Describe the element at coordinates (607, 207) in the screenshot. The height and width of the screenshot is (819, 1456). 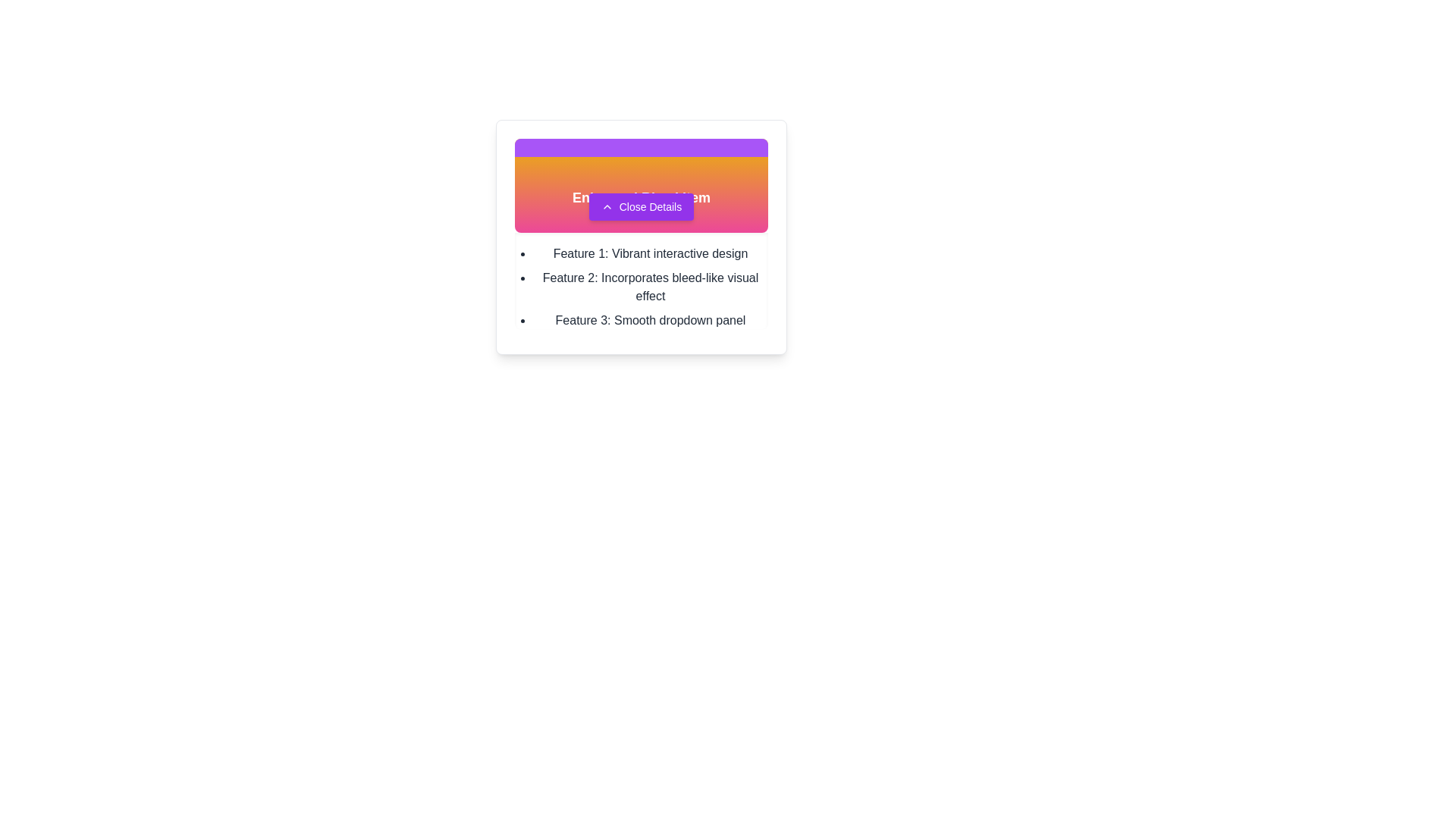
I see `the Chevron-Up icon, which is located on the left part of the 'Close Details' button, to signify an upward action for collapsing content` at that location.